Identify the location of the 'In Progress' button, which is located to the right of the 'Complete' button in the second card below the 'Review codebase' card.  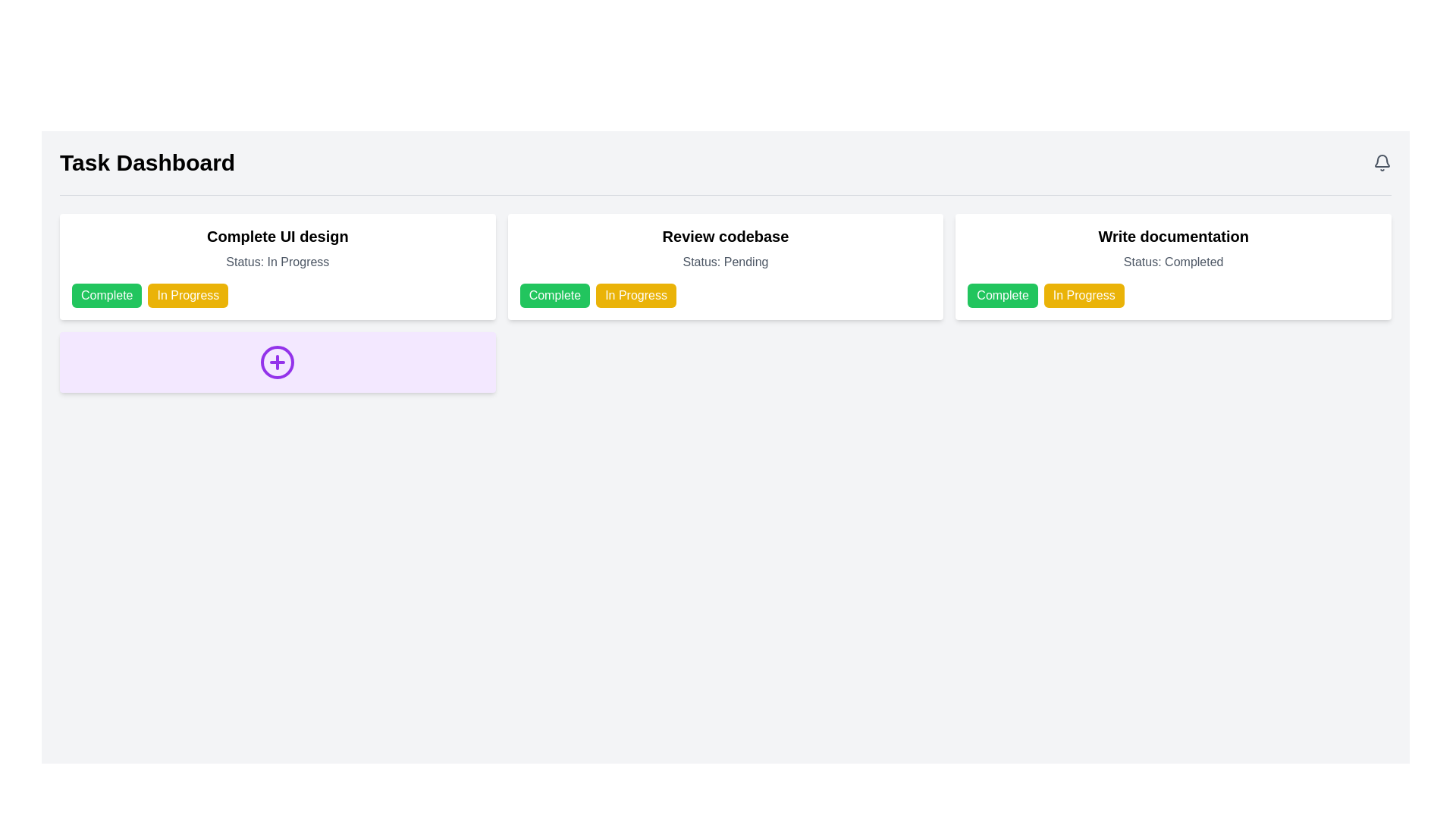
(636, 295).